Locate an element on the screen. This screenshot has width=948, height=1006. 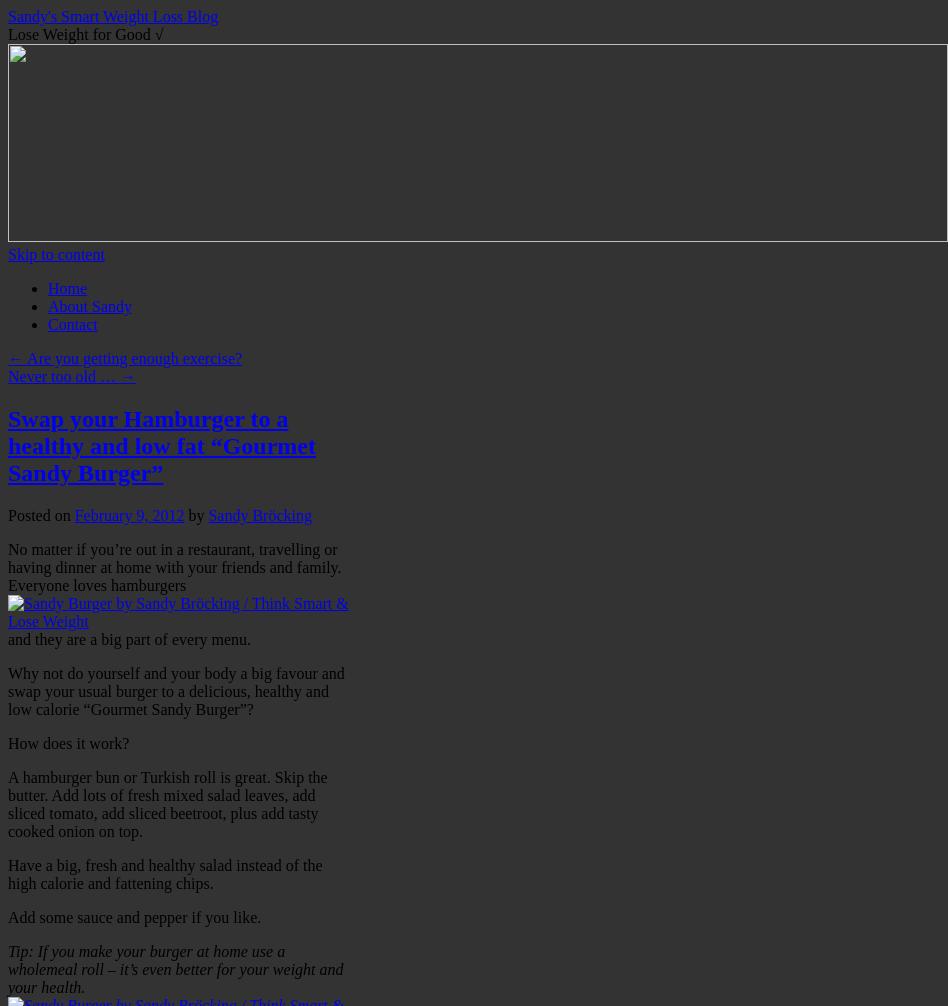
'Tip: If you make your burger at home use a wholemeal roll – it’s even better for your weight and your health.' is located at coordinates (174, 967).